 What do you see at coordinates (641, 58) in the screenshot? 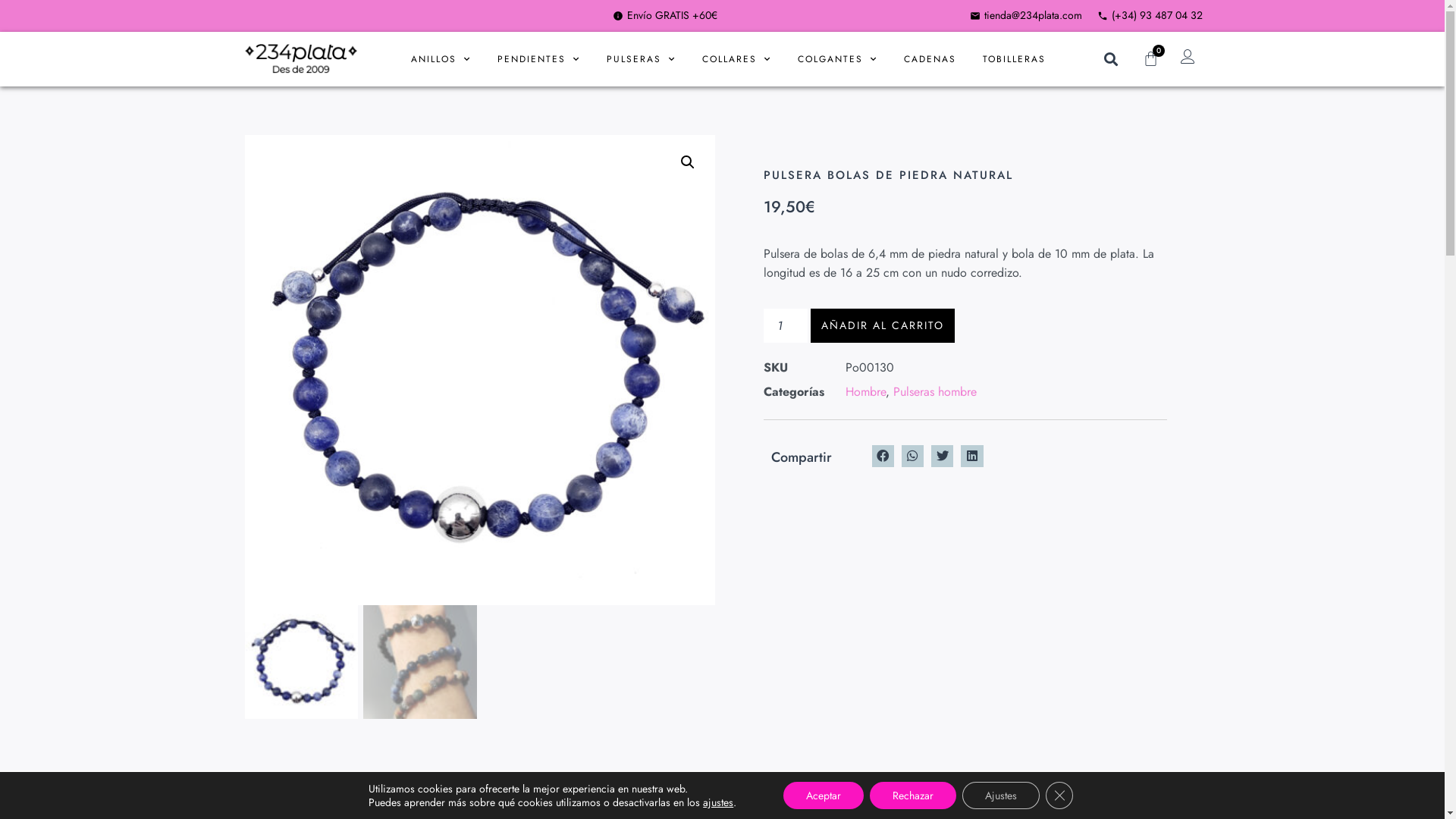
I see `'PULSERAS'` at bounding box center [641, 58].